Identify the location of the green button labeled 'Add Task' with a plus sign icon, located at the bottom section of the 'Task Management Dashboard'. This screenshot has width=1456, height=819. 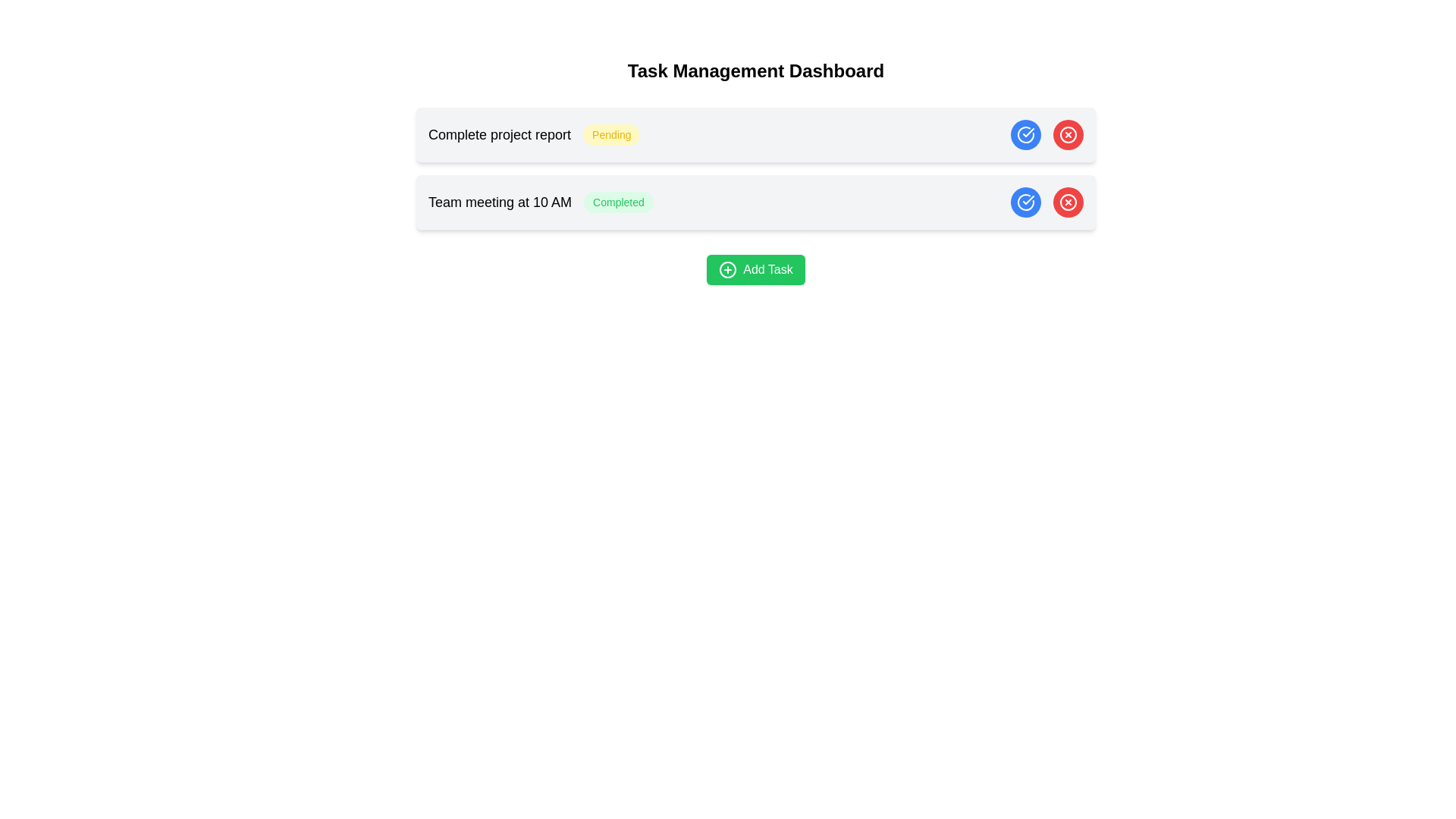
(756, 268).